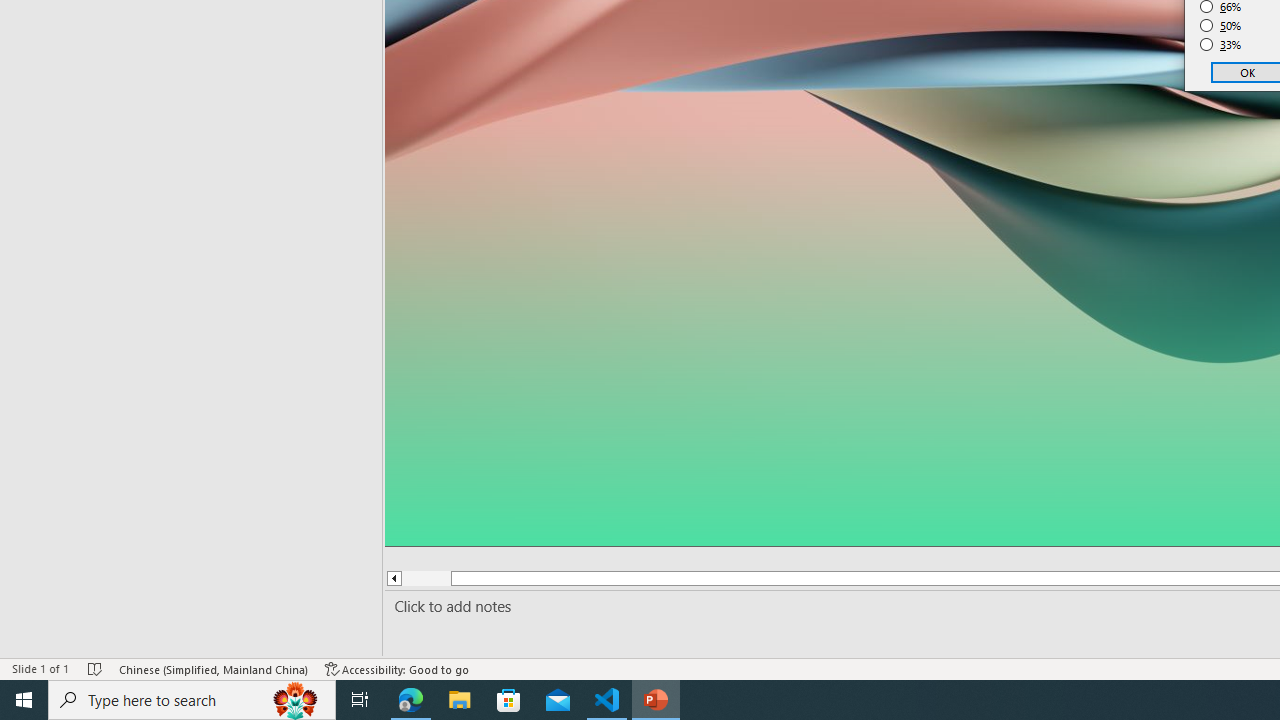  What do you see at coordinates (656, 698) in the screenshot?
I see `'PowerPoint - 1 running window'` at bounding box center [656, 698].